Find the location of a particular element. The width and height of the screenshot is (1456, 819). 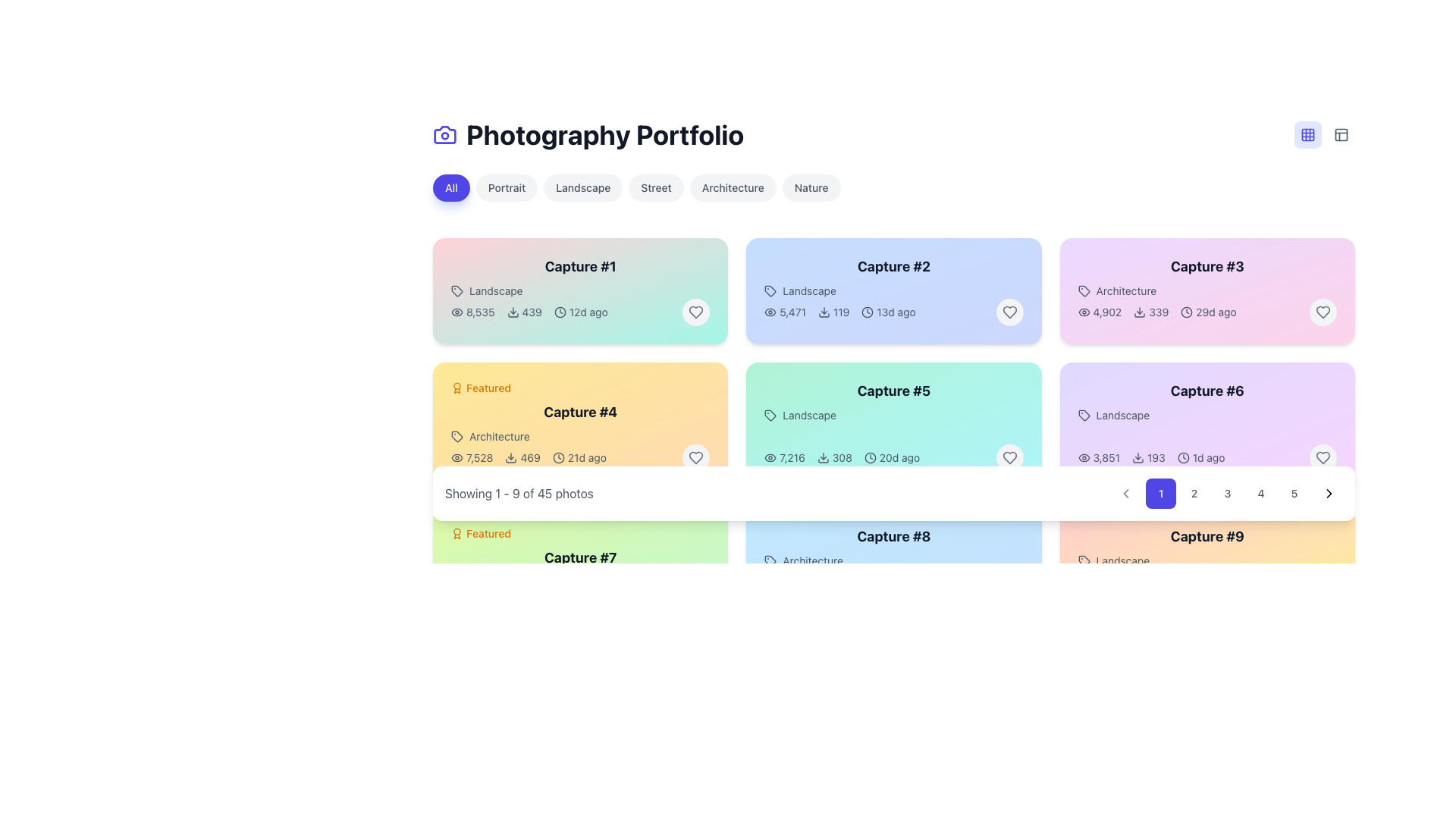

the text block containing the title 'Capture #3' and the sub-caption 'Architecture' located in the top-right corner of the grid layout in the 'Photography Portfolio' interface to trigger visual effects is located at coordinates (1207, 278).